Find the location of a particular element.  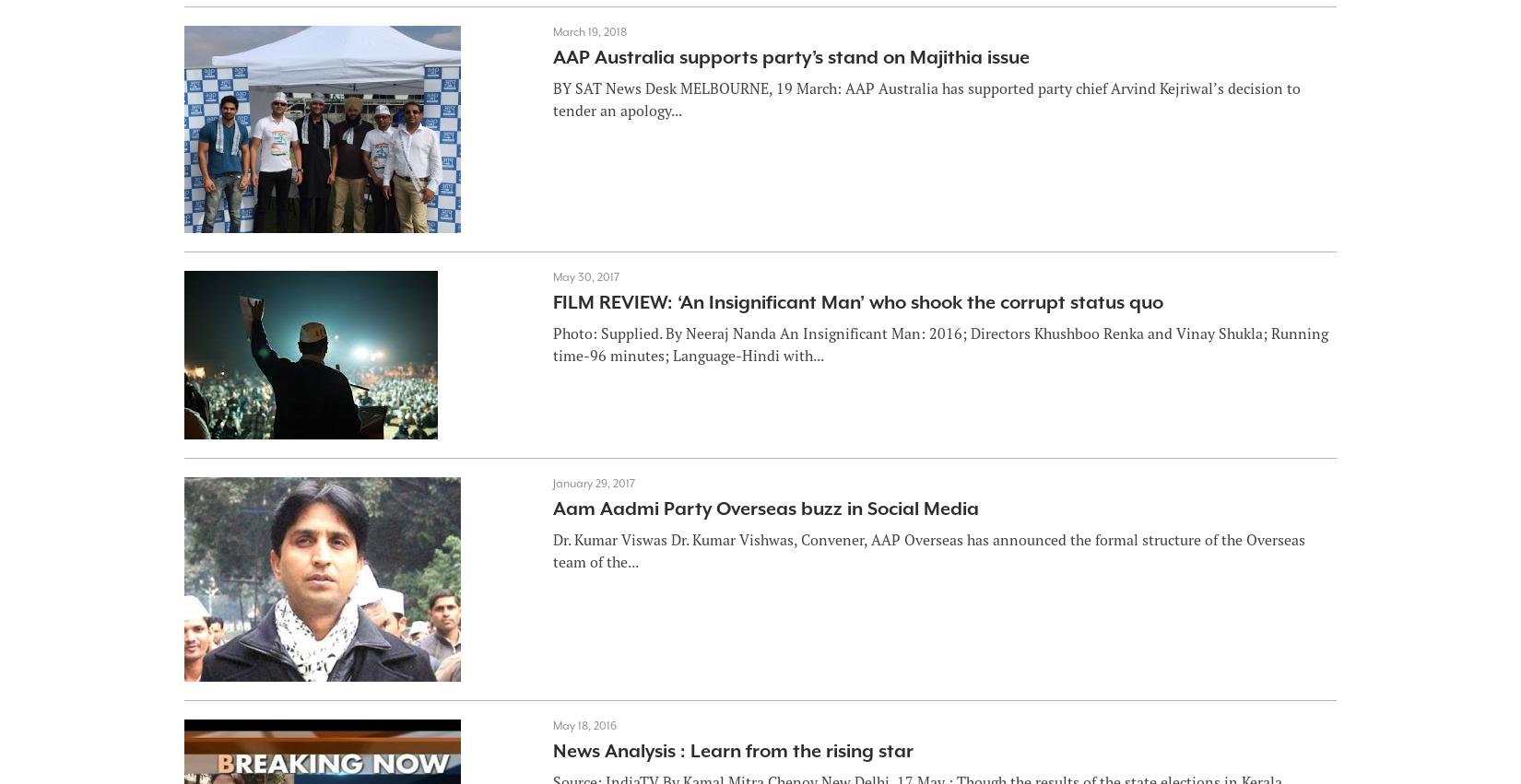

'May 30, 2017' is located at coordinates (550, 276).